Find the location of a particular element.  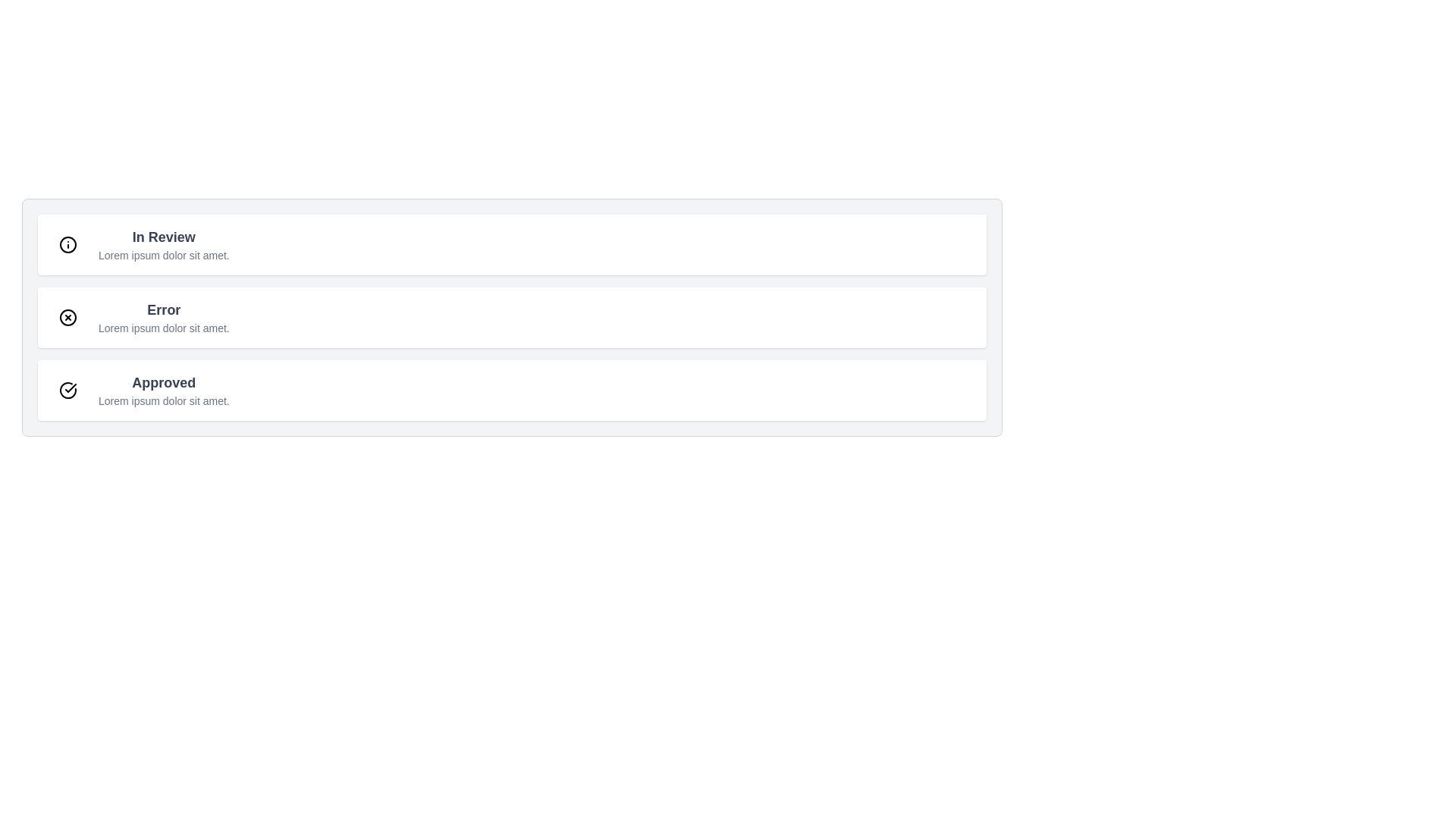

the Notification card that displays an error message, which is the second card in a vertically stacked list of three cards is located at coordinates (512, 317).